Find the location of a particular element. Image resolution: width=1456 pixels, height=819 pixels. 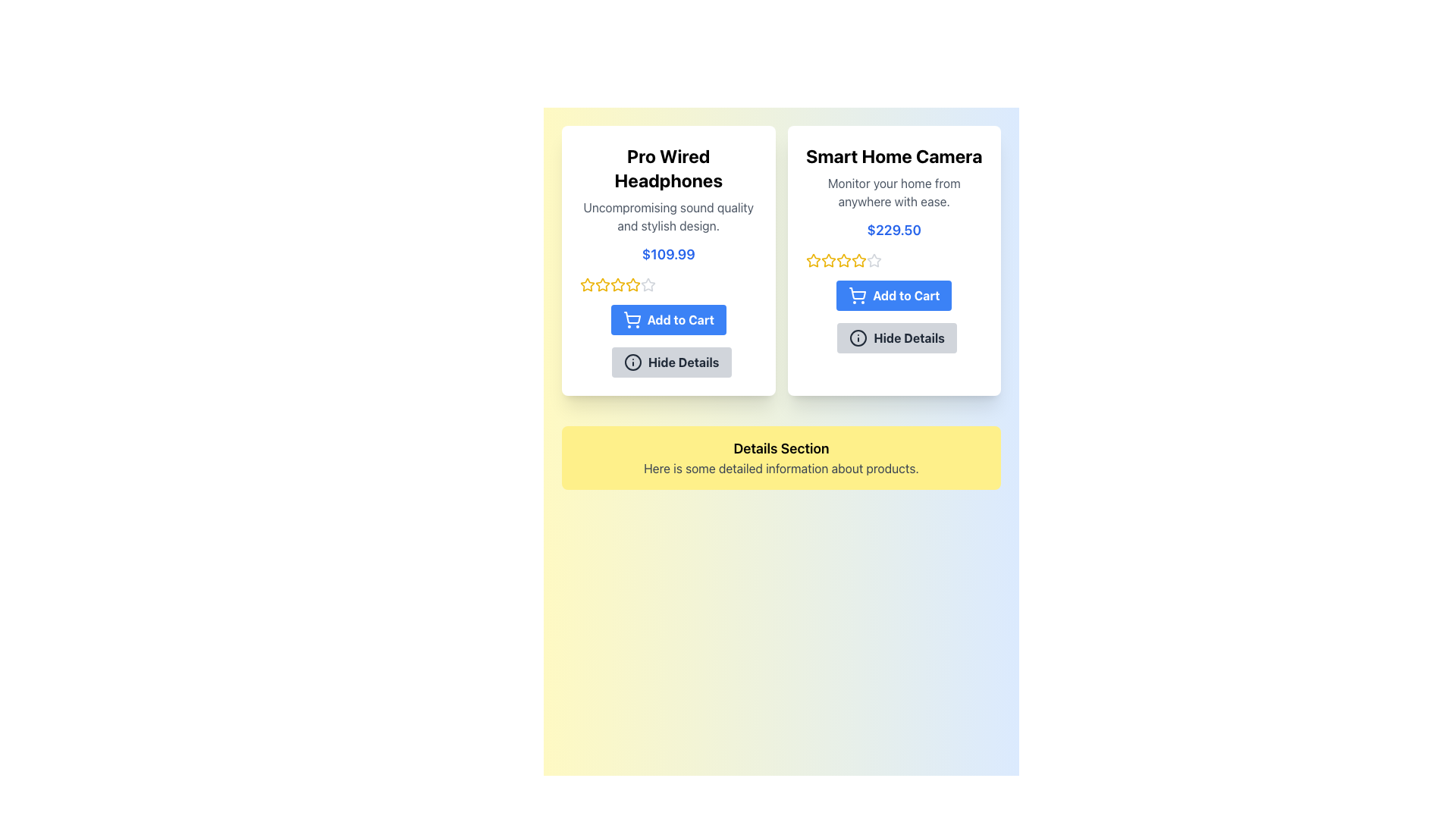

the first star-shaped rating icon with a yellow border in the 5-star rating system of the 'Smart Home Camera' product card is located at coordinates (812, 259).